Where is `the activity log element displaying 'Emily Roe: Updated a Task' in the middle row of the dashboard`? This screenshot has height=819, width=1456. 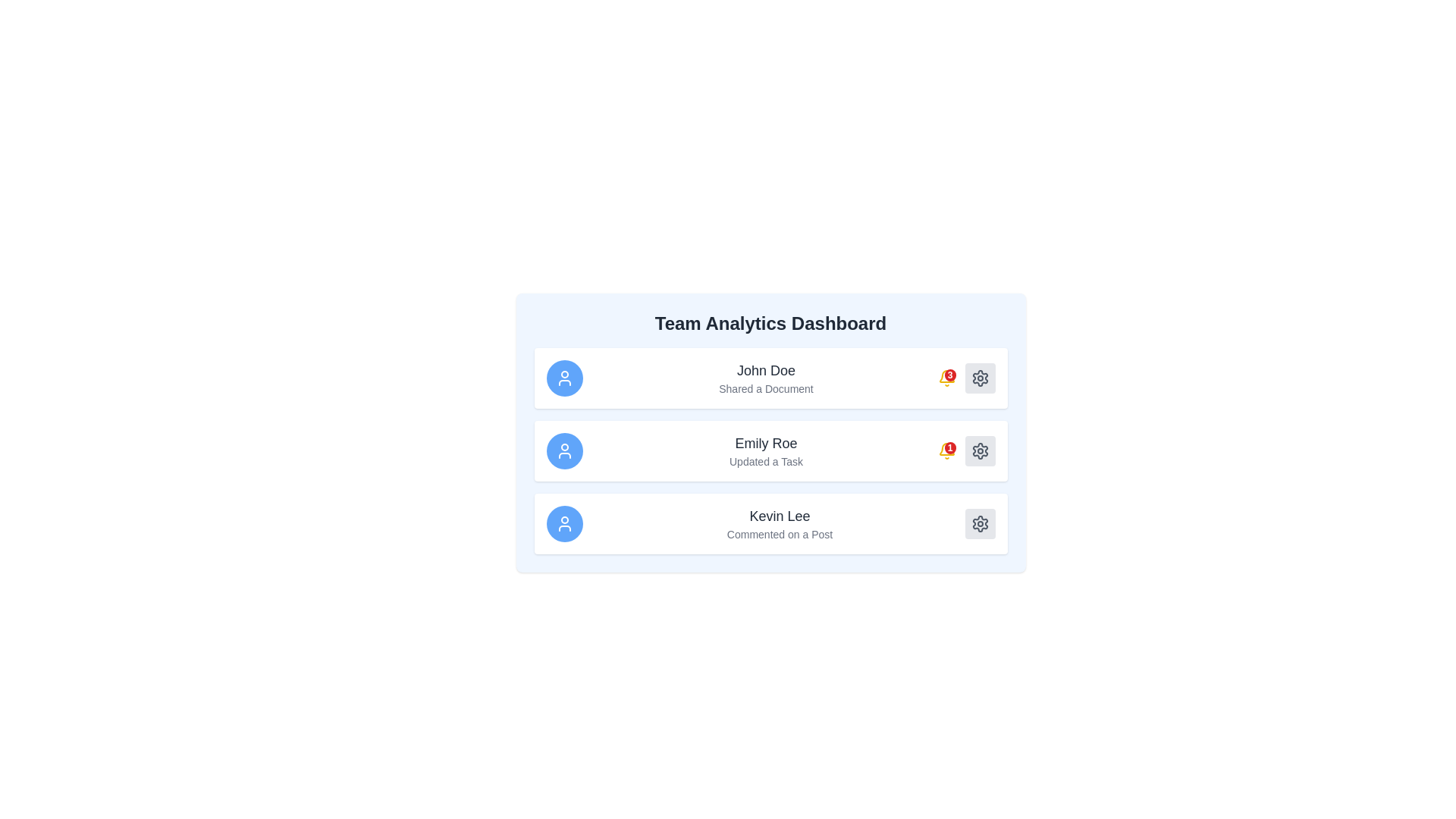 the activity log element displaying 'Emily Roe: Updated a Task' in the middle row of the dashboard is located at coordinates (766, 450).